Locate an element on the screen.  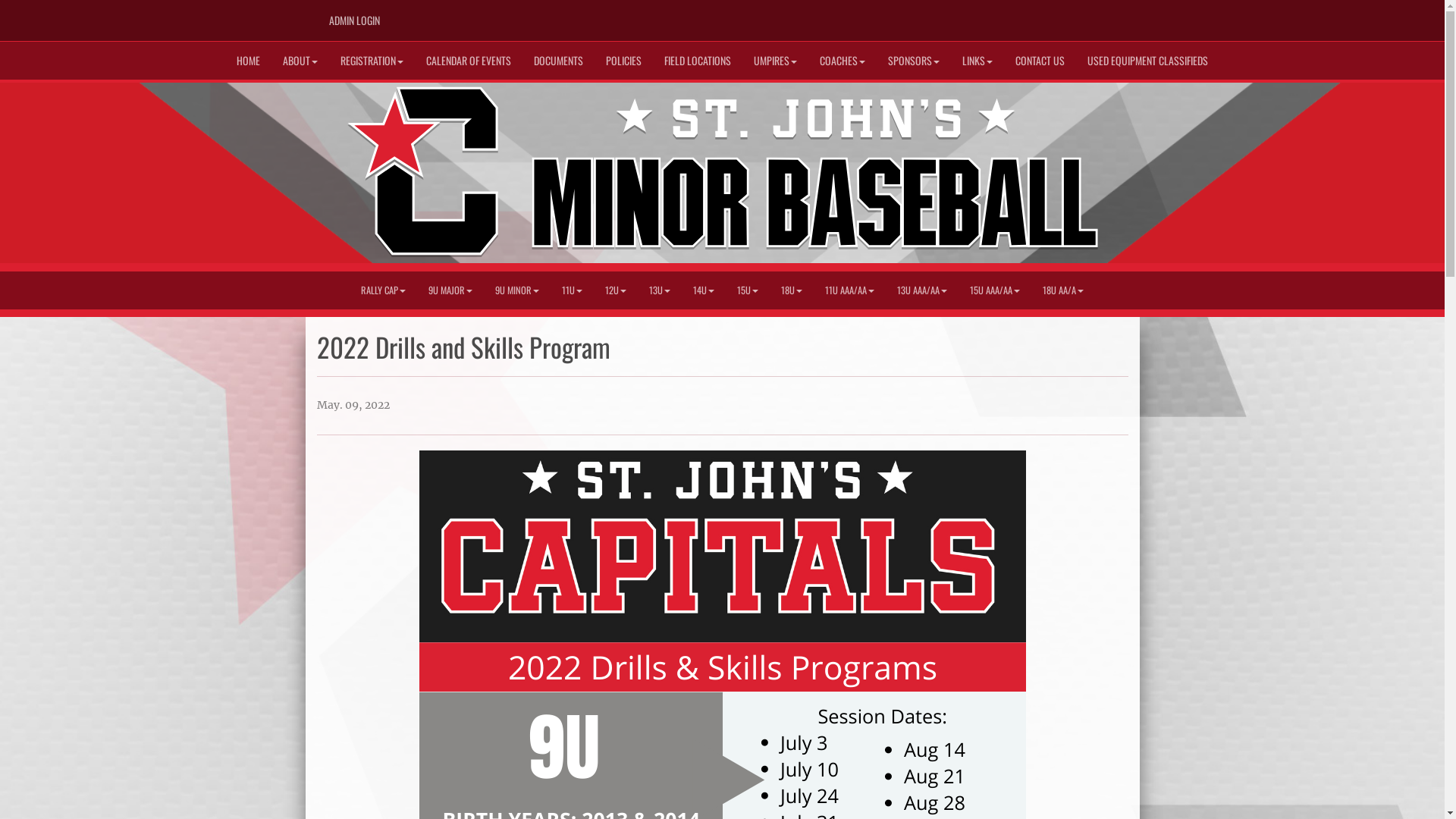
'CONTACT US' is located at coordinates (1039, 60).